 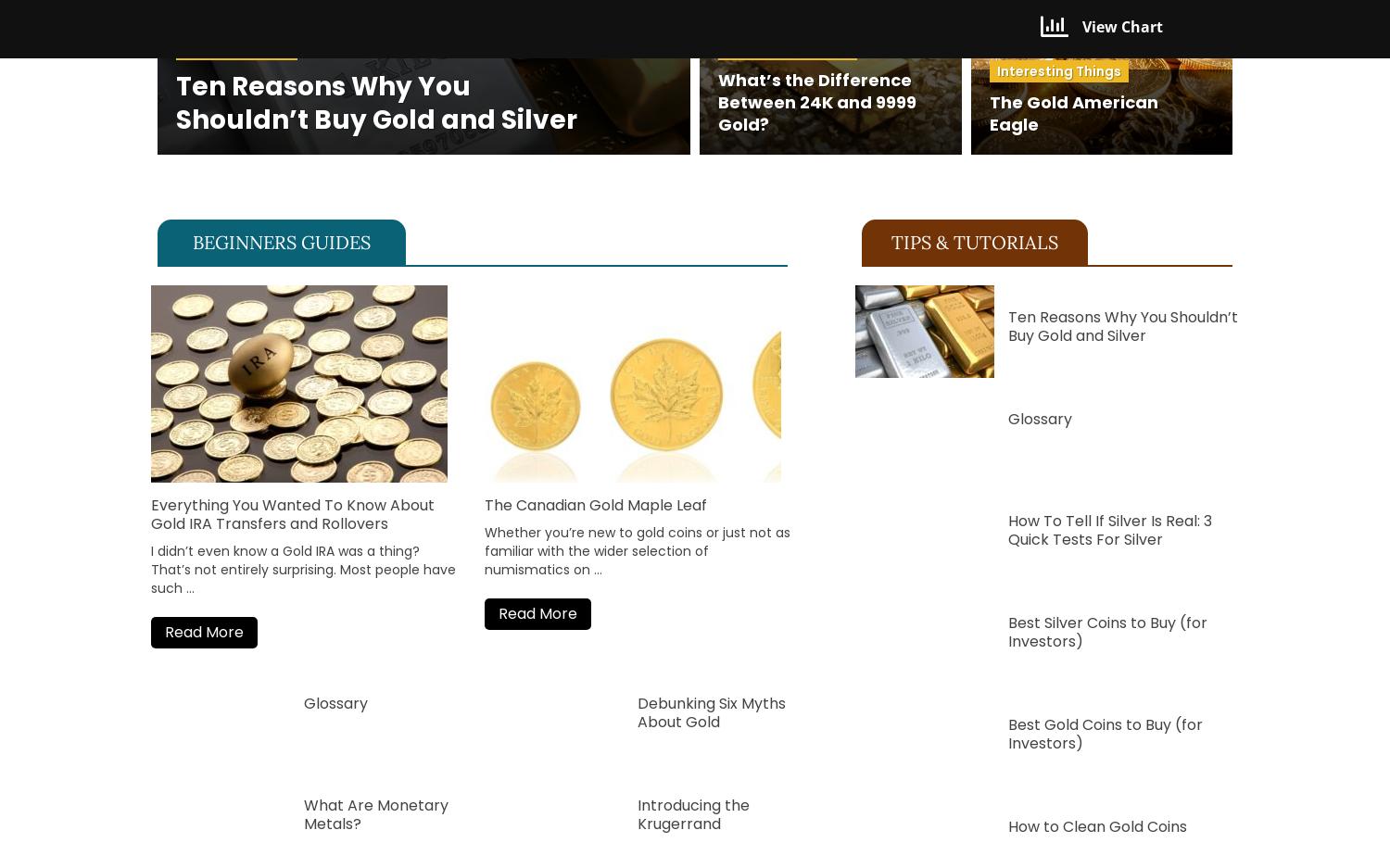 What do you see at coordinates (484, 569) in the screenshot?
I see `'numismatics'` at bounding box center [484, 569].